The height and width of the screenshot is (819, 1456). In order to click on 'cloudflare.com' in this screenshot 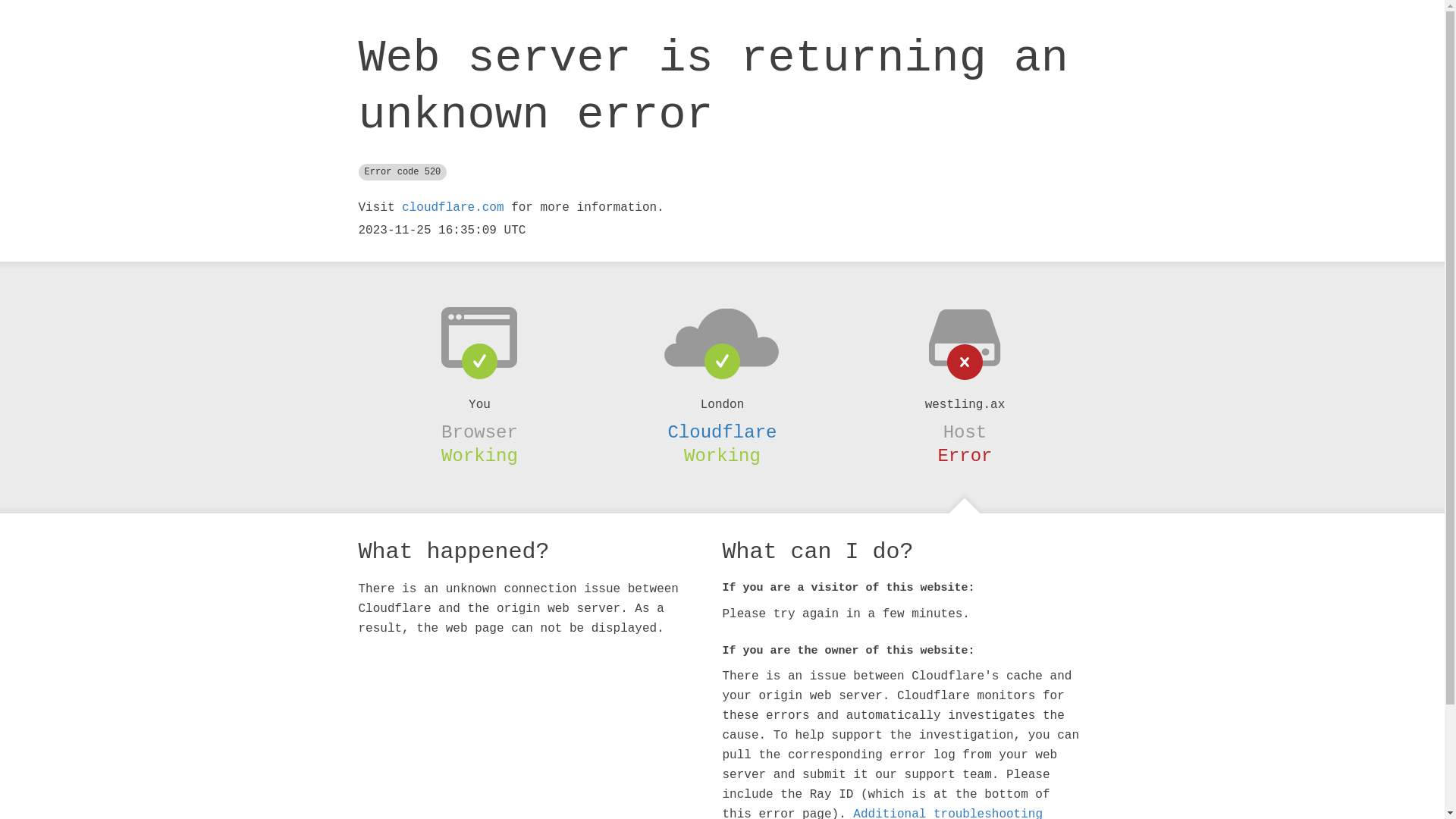, I will do `click(401, 207)`.